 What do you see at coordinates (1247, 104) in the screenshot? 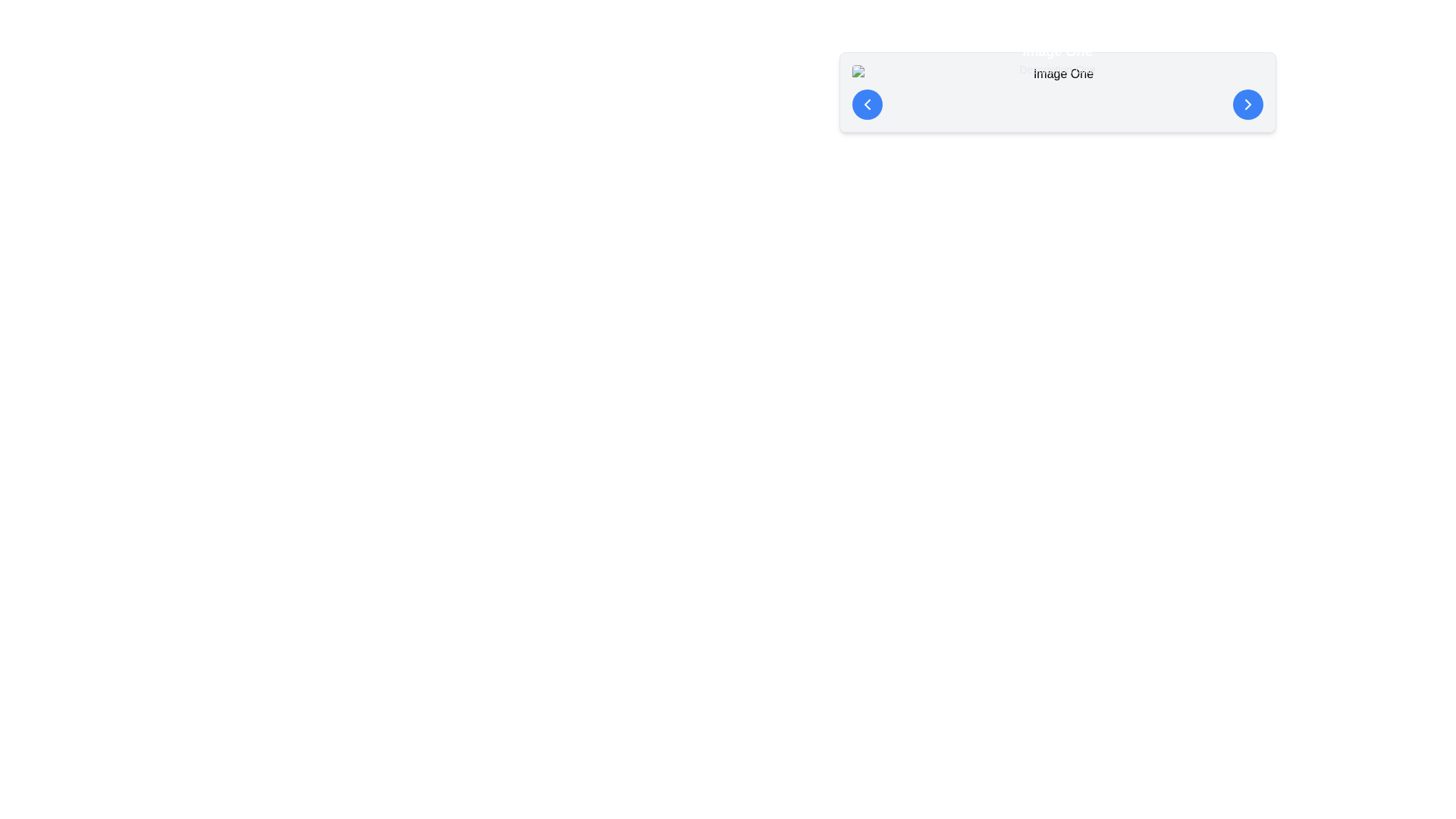
I see `the chevron icon located centrally within a rounded blue button on the far right of a horizontal card component` at bounding box center [1247, 104].